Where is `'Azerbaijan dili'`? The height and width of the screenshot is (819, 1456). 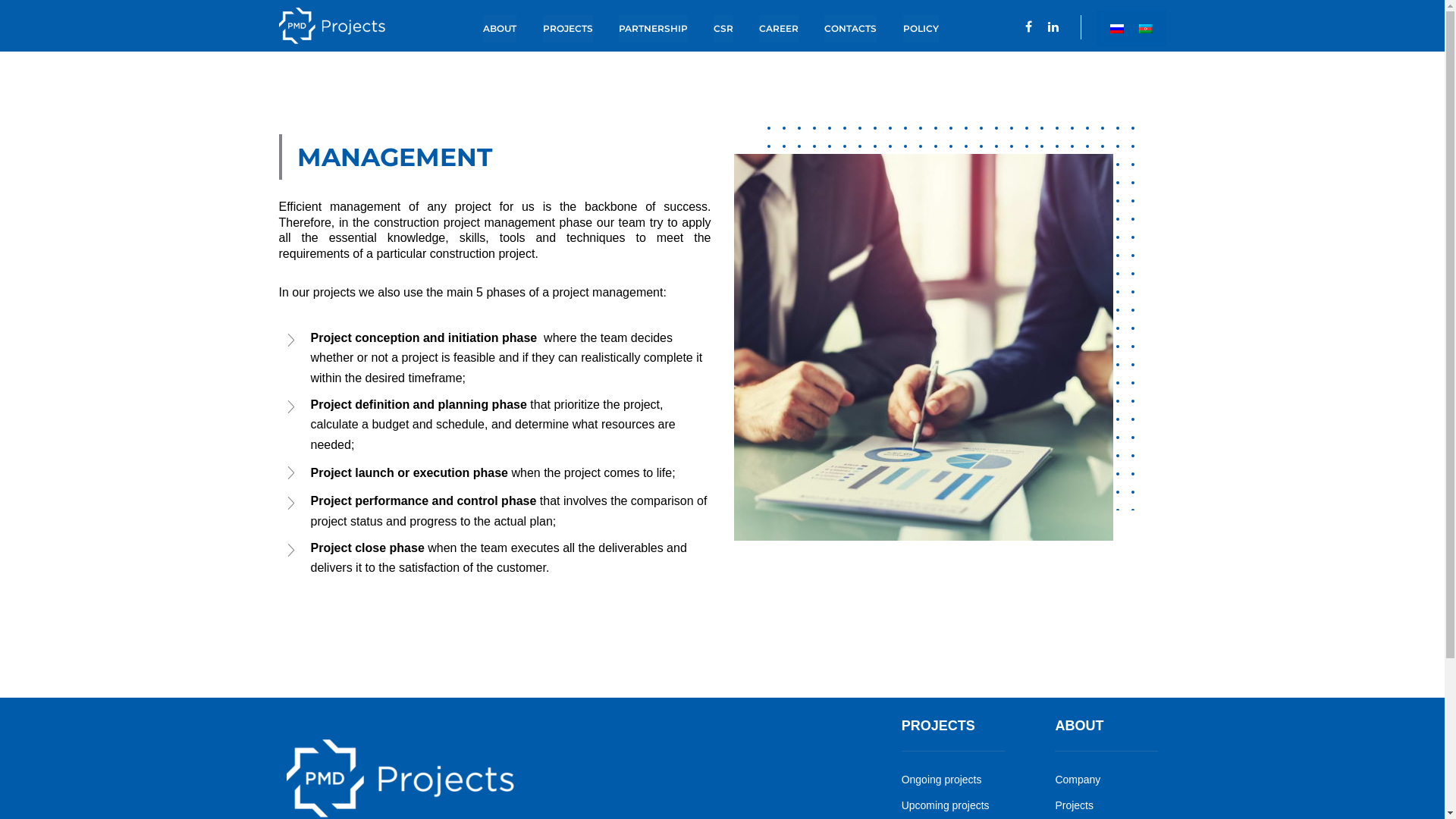
'Azerbaijan dili' is located at coordinates (1146, 29).